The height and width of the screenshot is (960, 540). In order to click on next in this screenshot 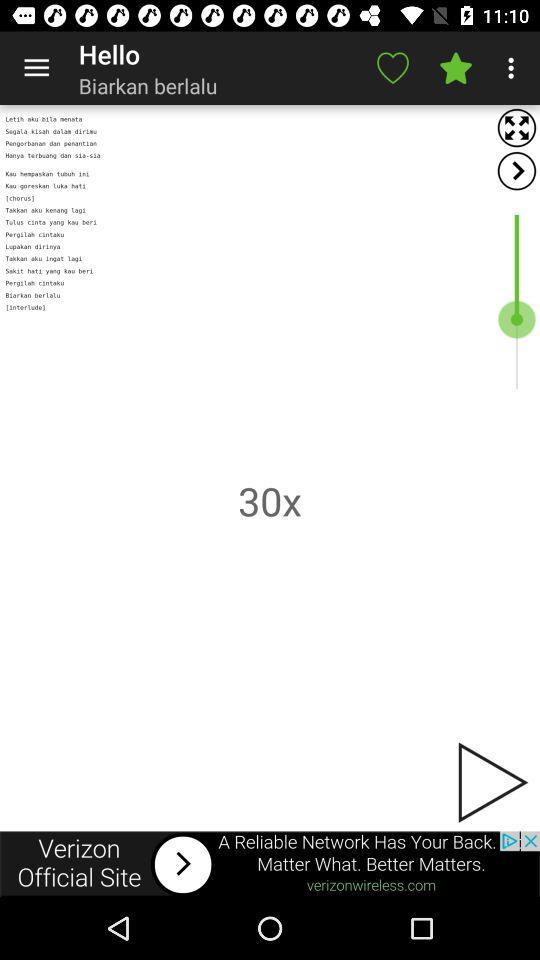, I will do `click(516, 170)`.